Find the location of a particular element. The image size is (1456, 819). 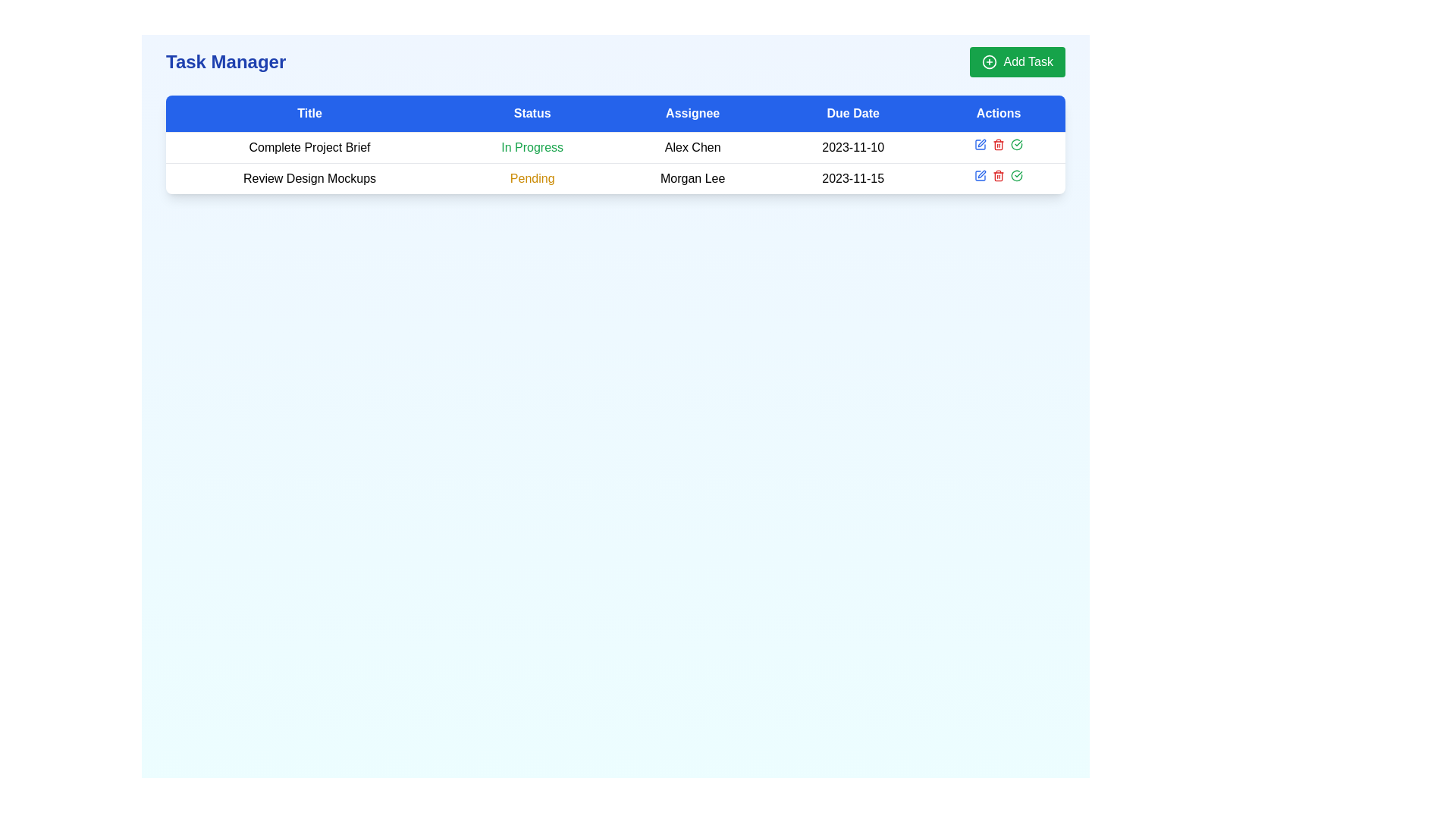

the second row of the task management table, which contains task details is located at coordinates (615, 177).